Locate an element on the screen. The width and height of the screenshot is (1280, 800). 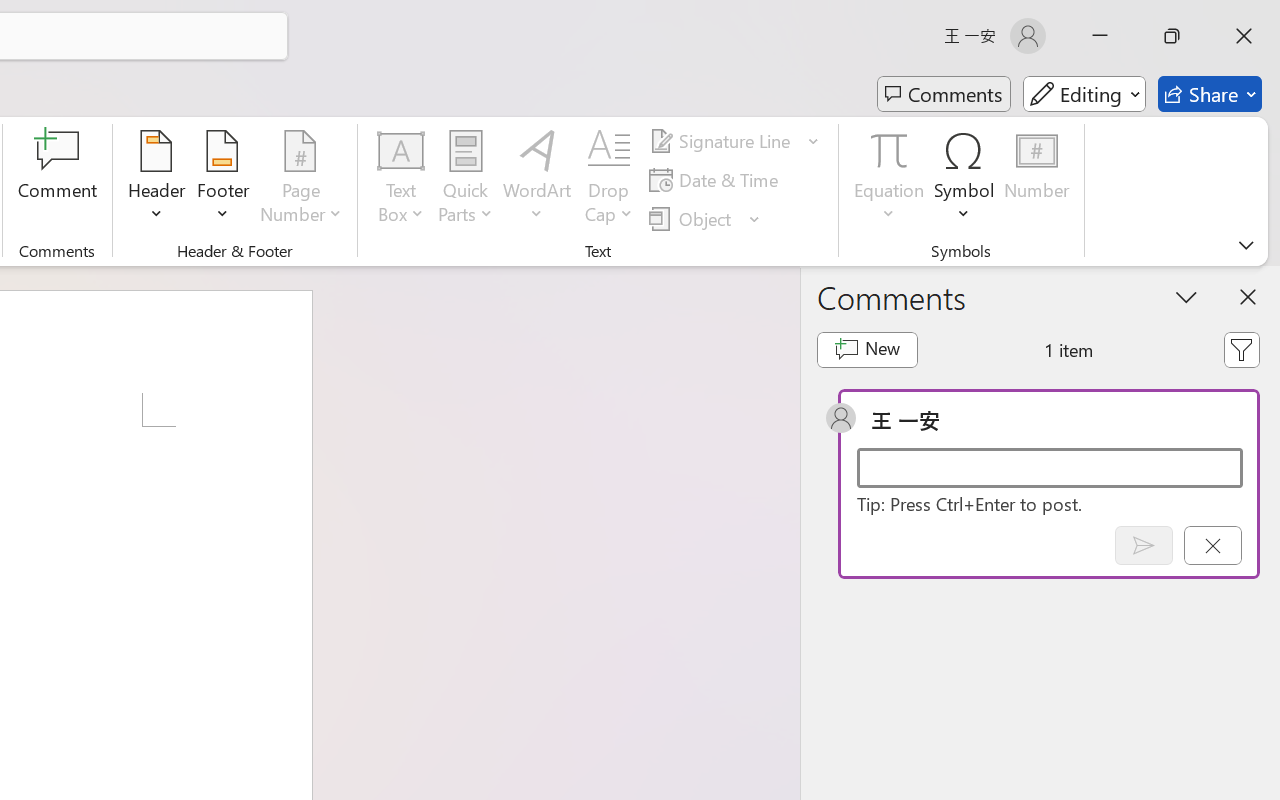
'Header' is located at coordinates (156, 179).